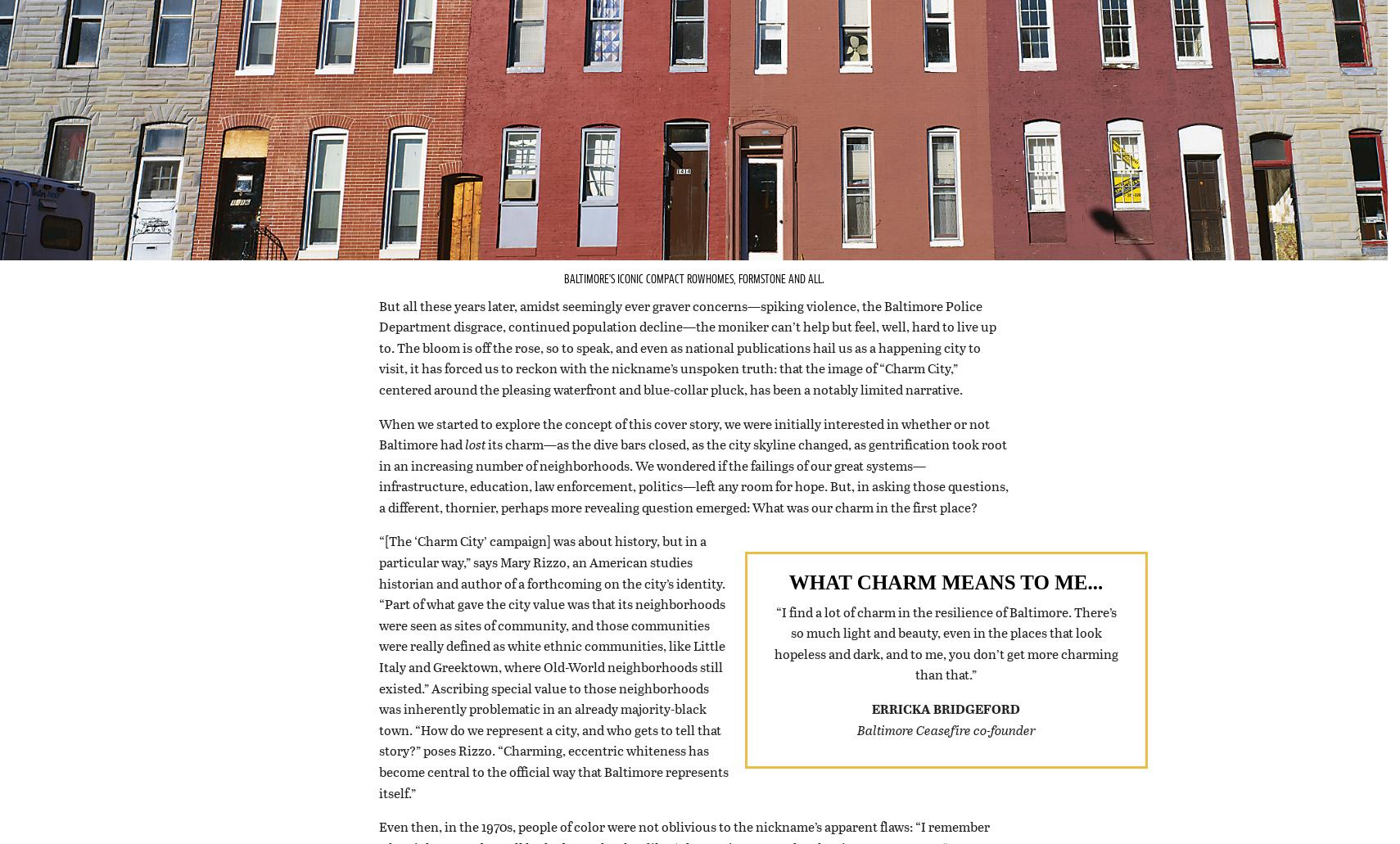 This screenshot has height=844, width=1400. What do you see at coordinates (683, 453) in the screenshot?
I see `'When we started to explore the concept of this cover story, we were initially interested in whether or not Baltimore had'` at bounding box center [683, 453].